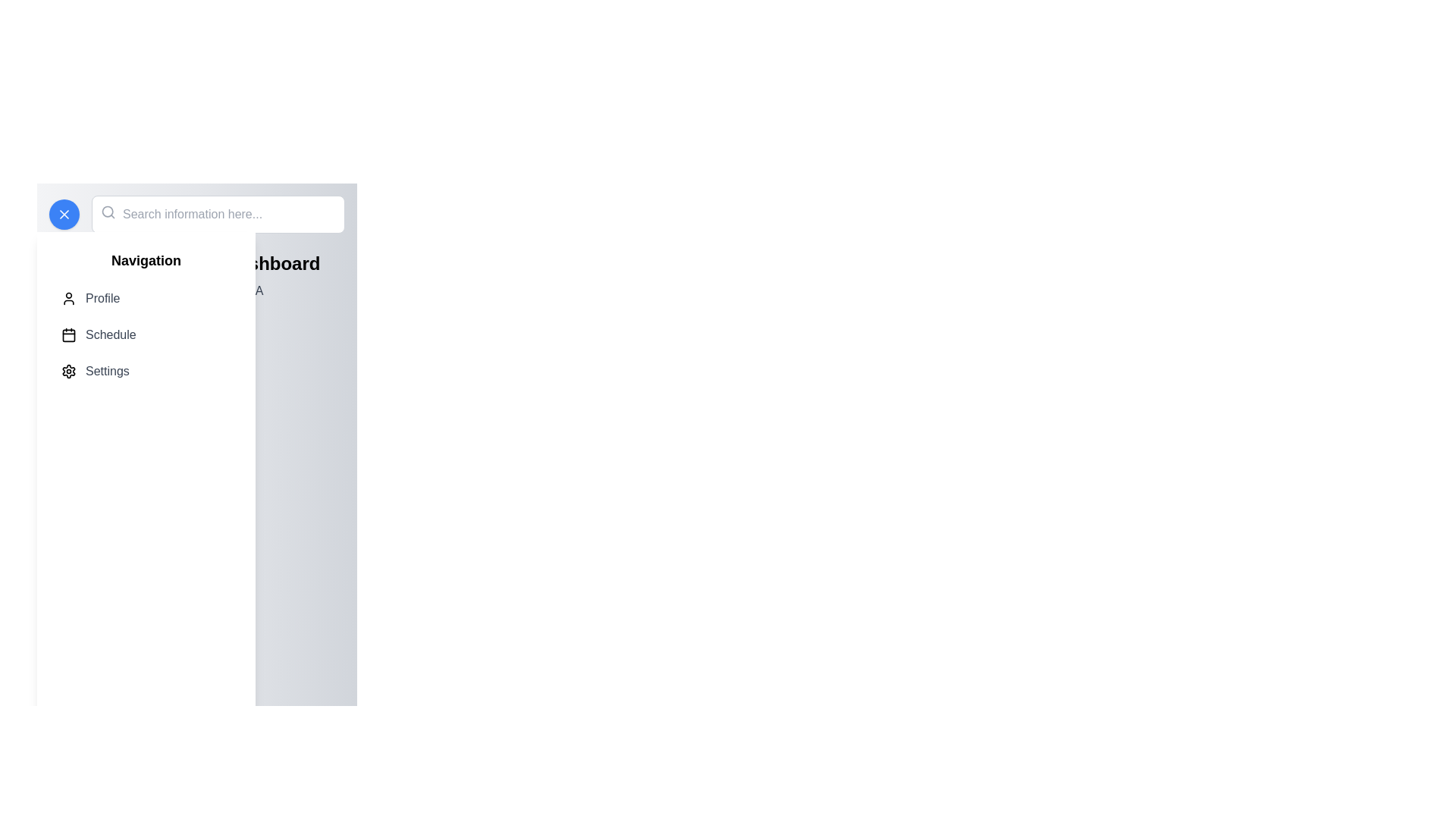 This screenshot has height=819, width=1456. I want to click on the magnifying glass icon representing search functionality, so click(108, 212).